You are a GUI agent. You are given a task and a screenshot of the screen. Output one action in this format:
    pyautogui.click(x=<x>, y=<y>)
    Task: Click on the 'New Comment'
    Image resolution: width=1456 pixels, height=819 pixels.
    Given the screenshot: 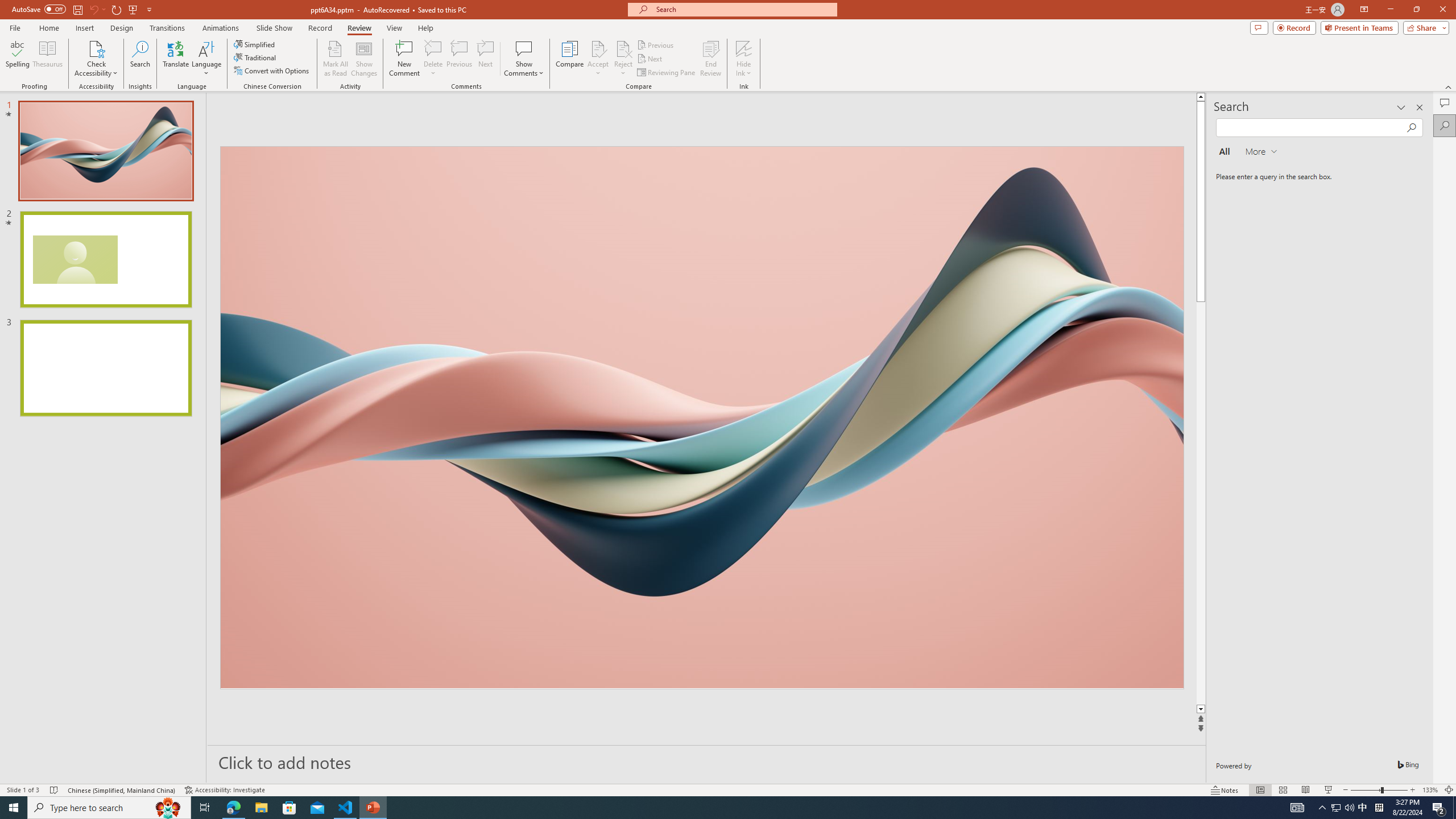 What is the action you would take?
    pyautogui.click(x=403, y=59)
    